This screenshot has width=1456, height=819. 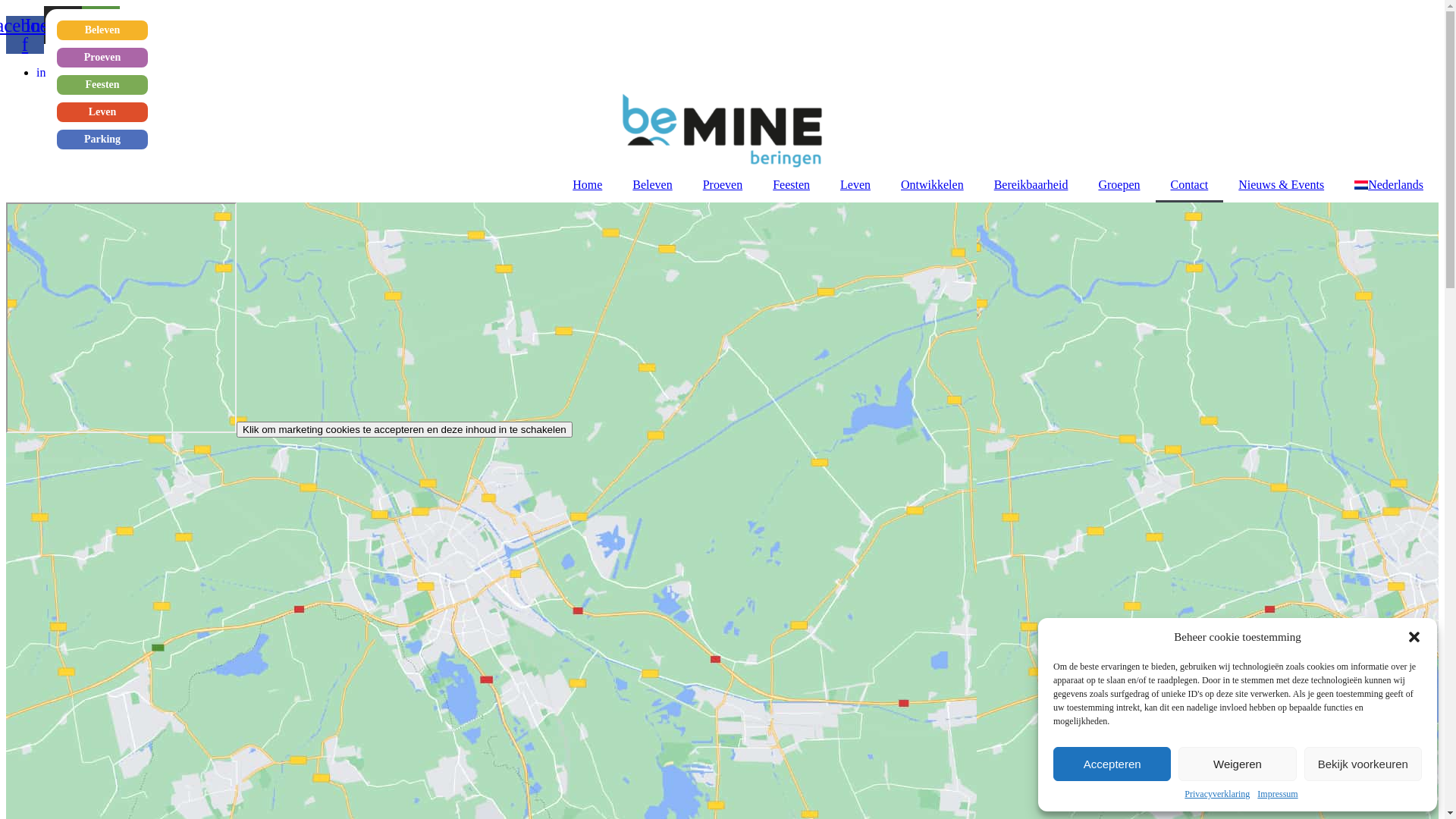 What do you see at coordinates (1154, 184) in the screenshot?
I see `'Contact'` at bounding box center [1154, 184].